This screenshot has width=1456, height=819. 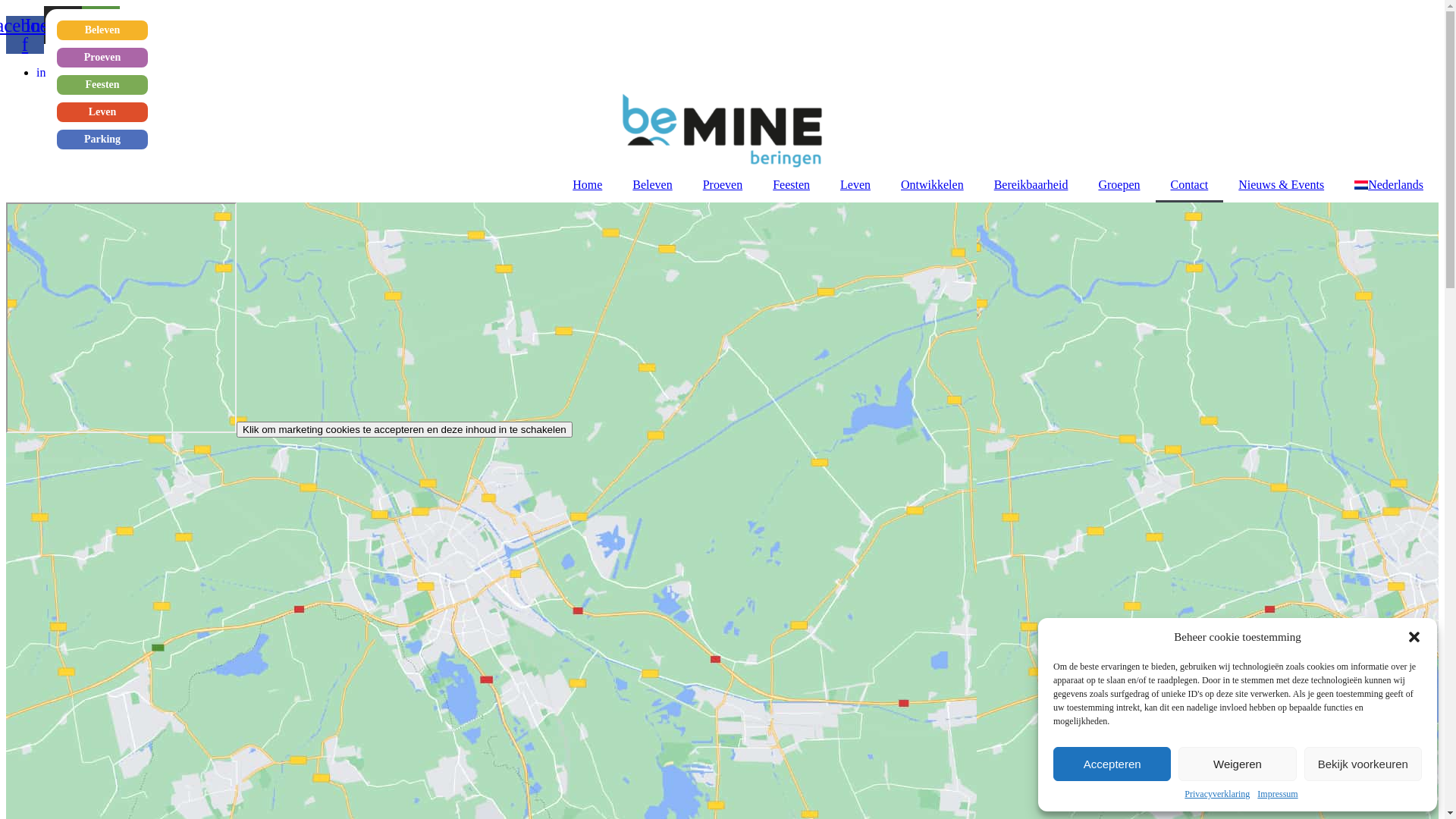 What do you see at coordinates (1154, 184) in the screenshot?
I see `'Contact'` at bounding box center [1154, 184].